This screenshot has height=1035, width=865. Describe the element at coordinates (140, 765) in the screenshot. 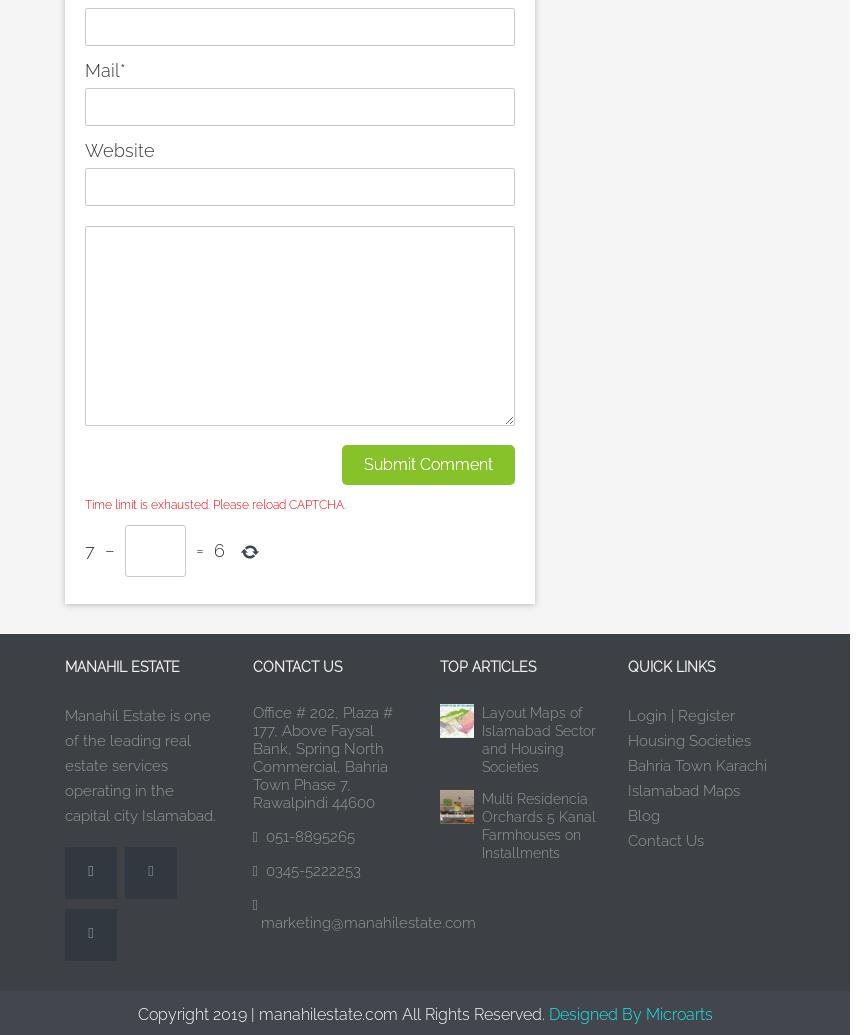

I see `'Manahil Estate is one of the leading real estate services operating in the capital city Islamabad.'` at that location.